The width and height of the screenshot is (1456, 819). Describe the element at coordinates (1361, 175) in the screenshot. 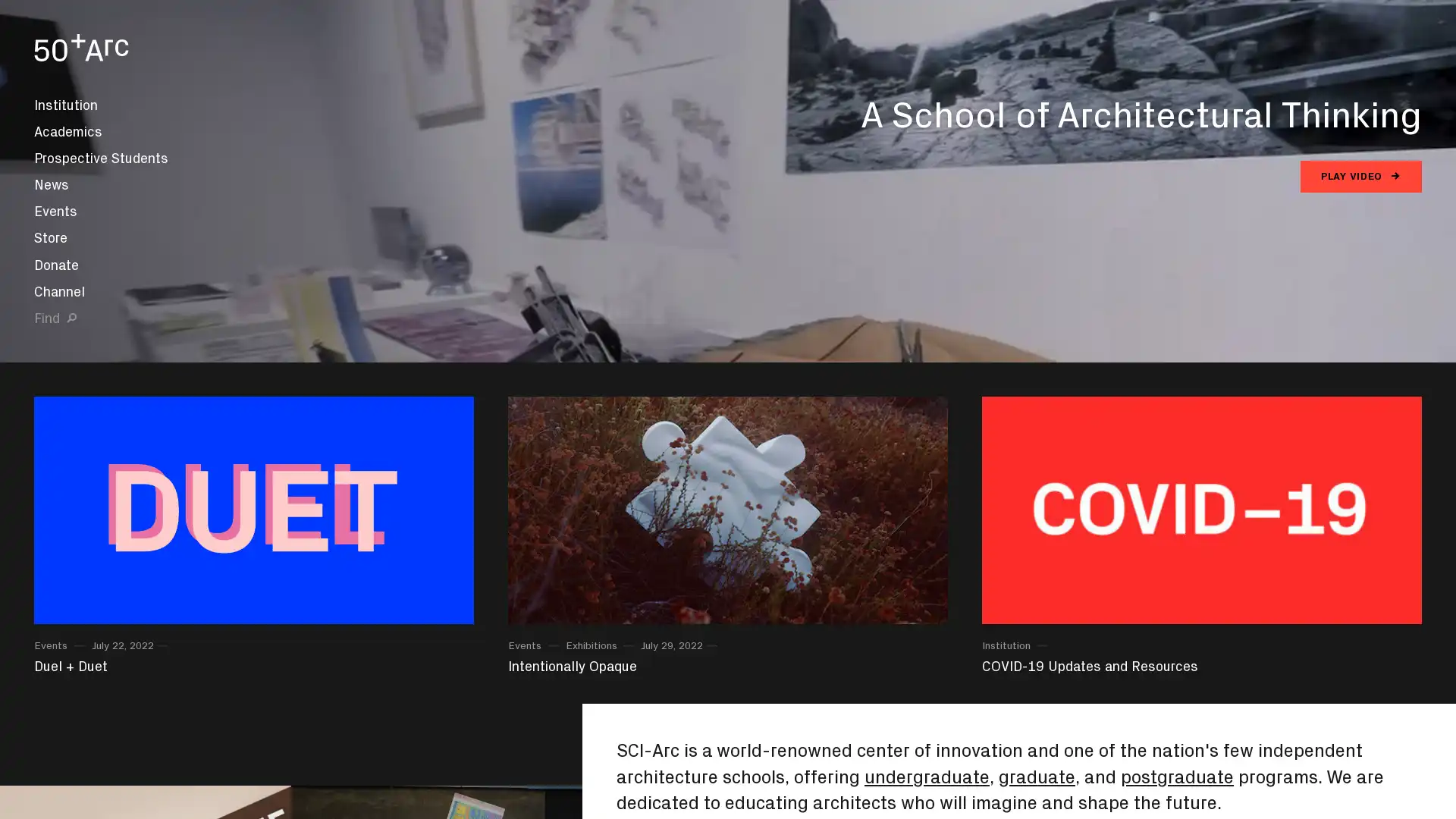

I see `PLAY VIDEO` at that location.